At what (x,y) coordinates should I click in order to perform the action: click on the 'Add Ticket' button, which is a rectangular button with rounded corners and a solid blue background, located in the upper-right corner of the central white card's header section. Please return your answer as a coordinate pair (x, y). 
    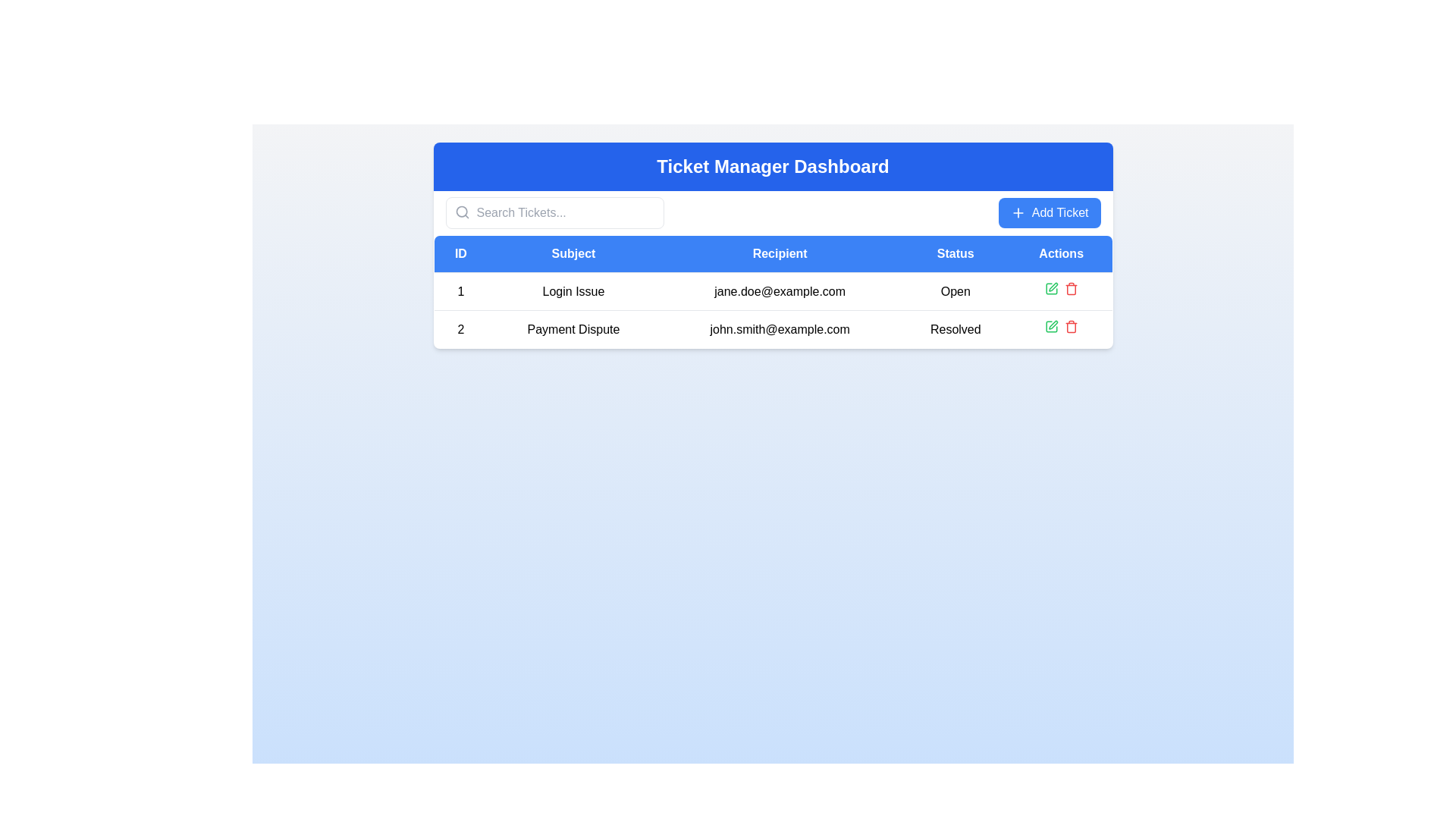
    Looking at the image, I should click on (1049, 213).